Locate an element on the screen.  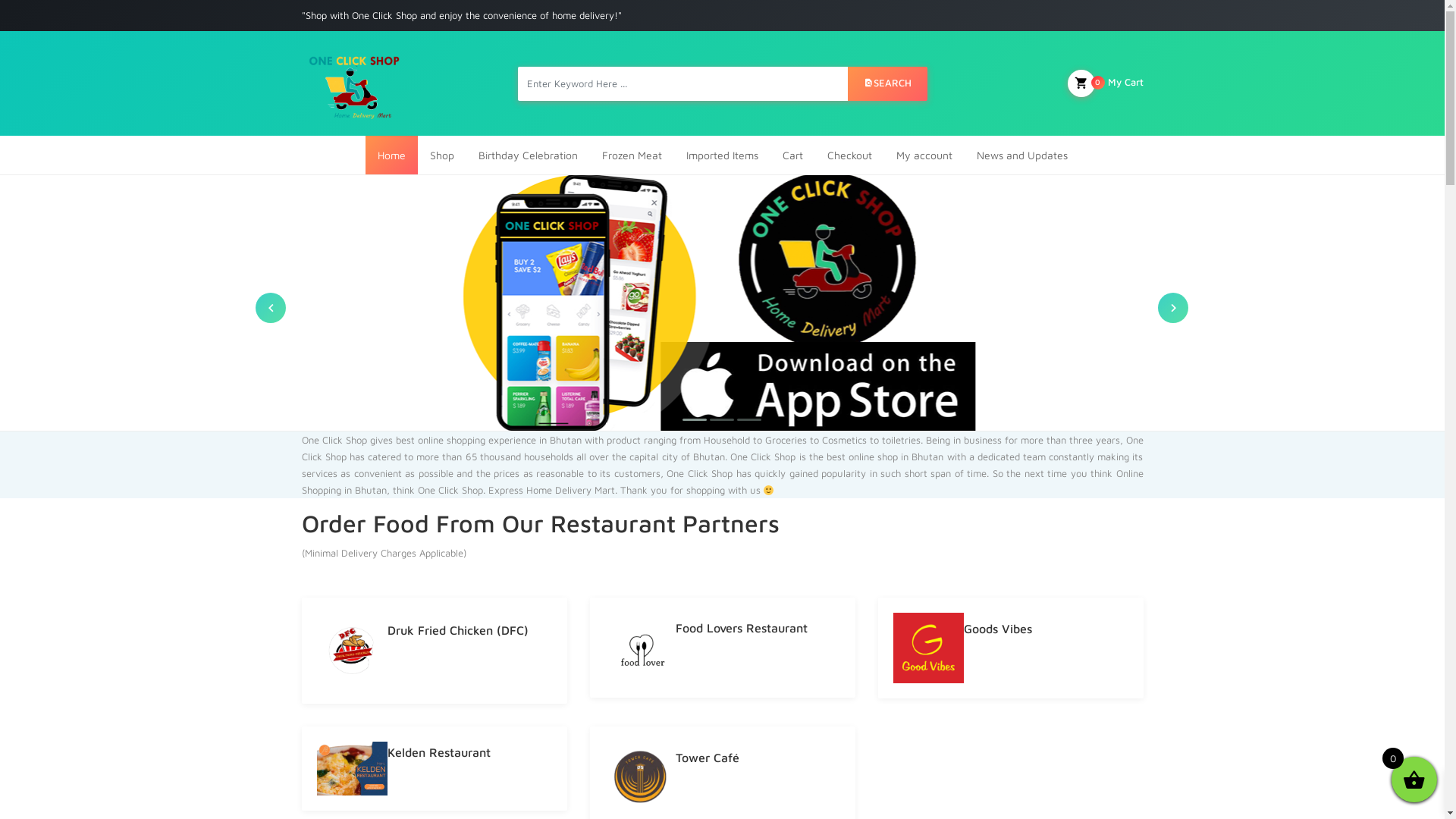
'Checkout' is located at coordinates (848, 155).